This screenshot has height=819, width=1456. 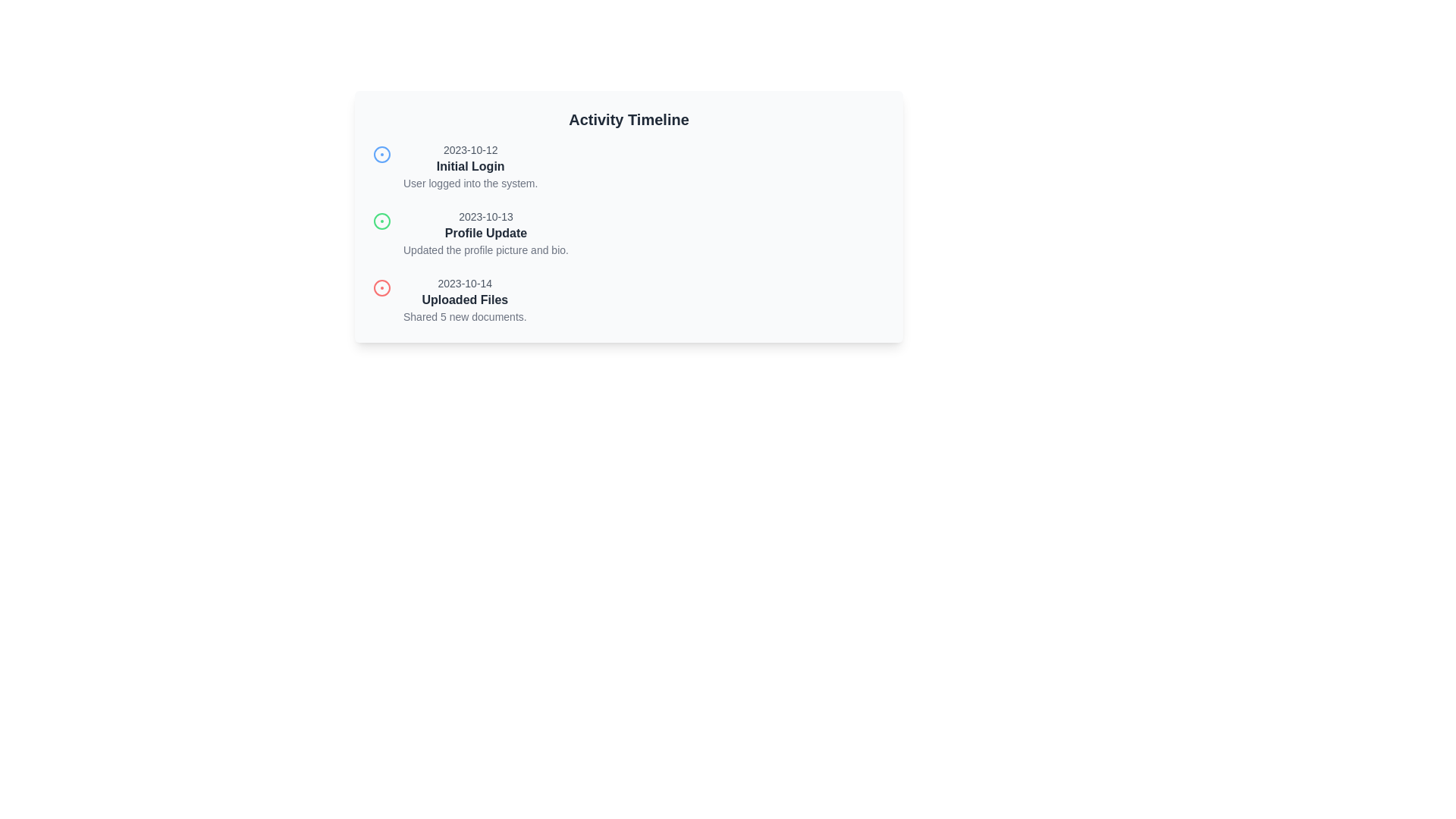 What do you see at coordinates (485, 234) in the screenshot?
I see `the text block displaying 'Profile Update' in the activity timeline, which includes the date '2023-10-13' and additional info about the profile update` at bounding box center [485, 234].